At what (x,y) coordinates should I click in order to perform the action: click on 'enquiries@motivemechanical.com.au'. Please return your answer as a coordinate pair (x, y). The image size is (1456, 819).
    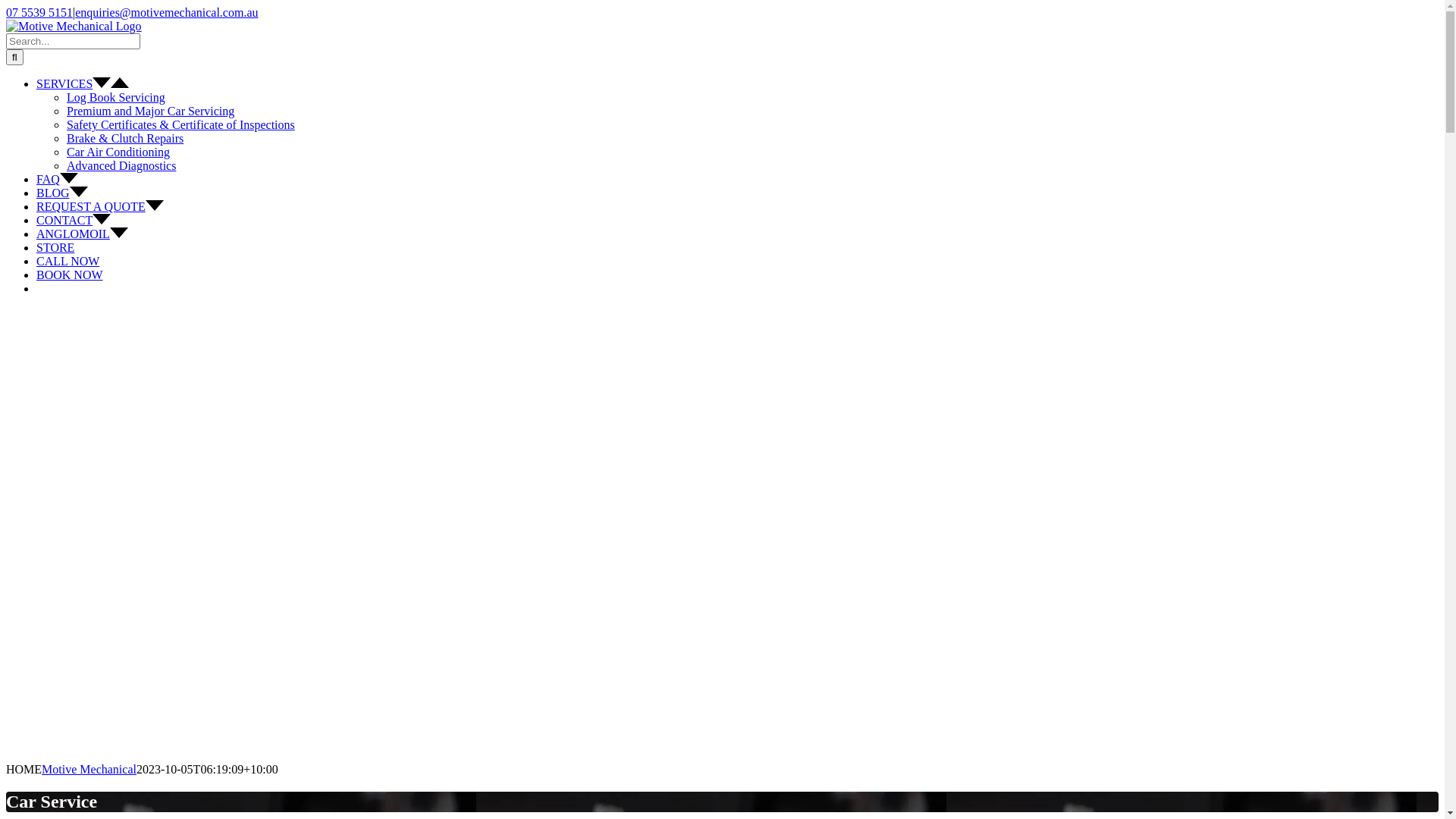
    Looking at the image, I should click on (166, 12).